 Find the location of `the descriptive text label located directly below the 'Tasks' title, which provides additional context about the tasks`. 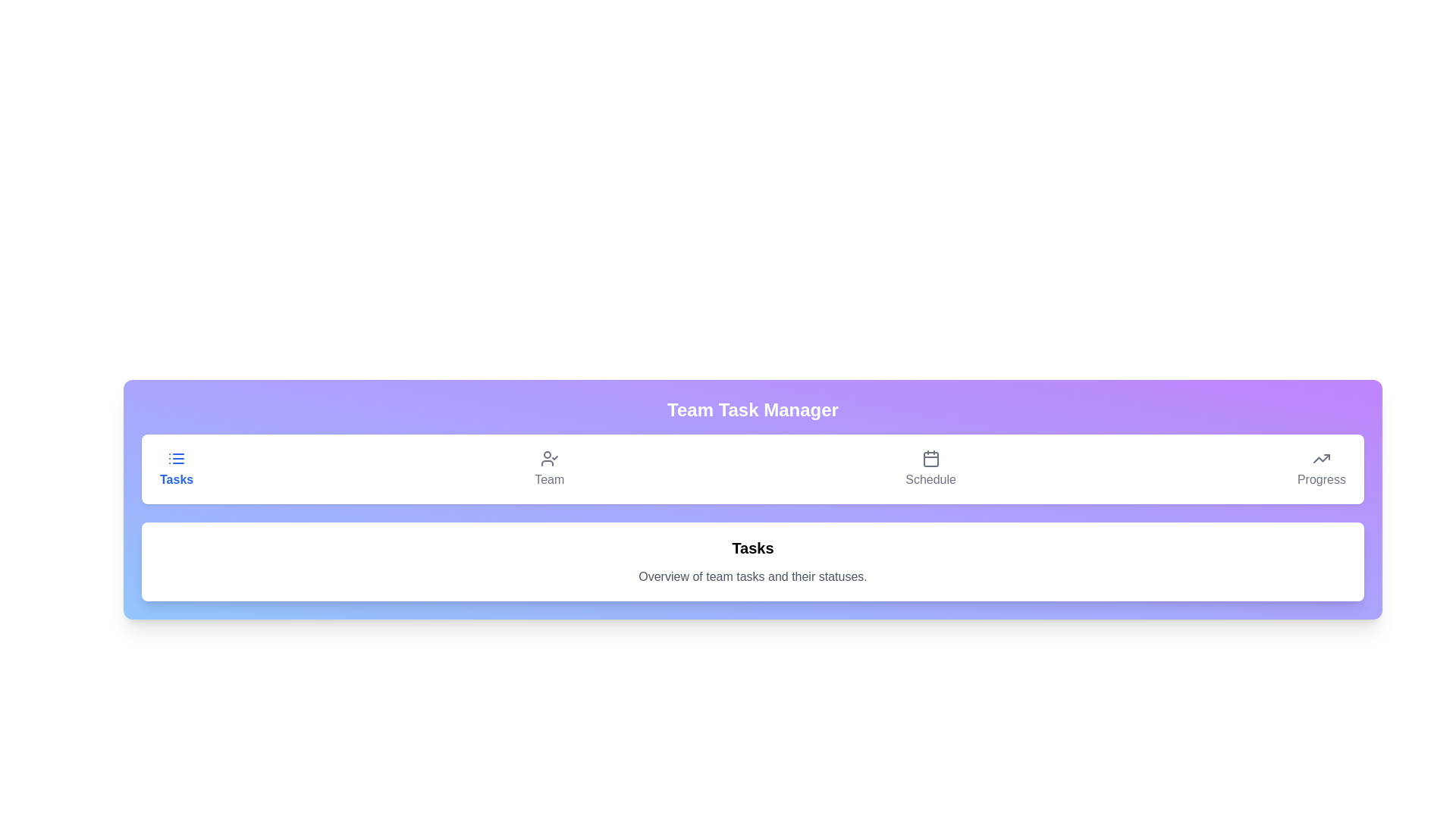

the descriptive text label located directly below the 'Tasks' title, which provides additional context about the tasks is located at coordinates (753, 576).